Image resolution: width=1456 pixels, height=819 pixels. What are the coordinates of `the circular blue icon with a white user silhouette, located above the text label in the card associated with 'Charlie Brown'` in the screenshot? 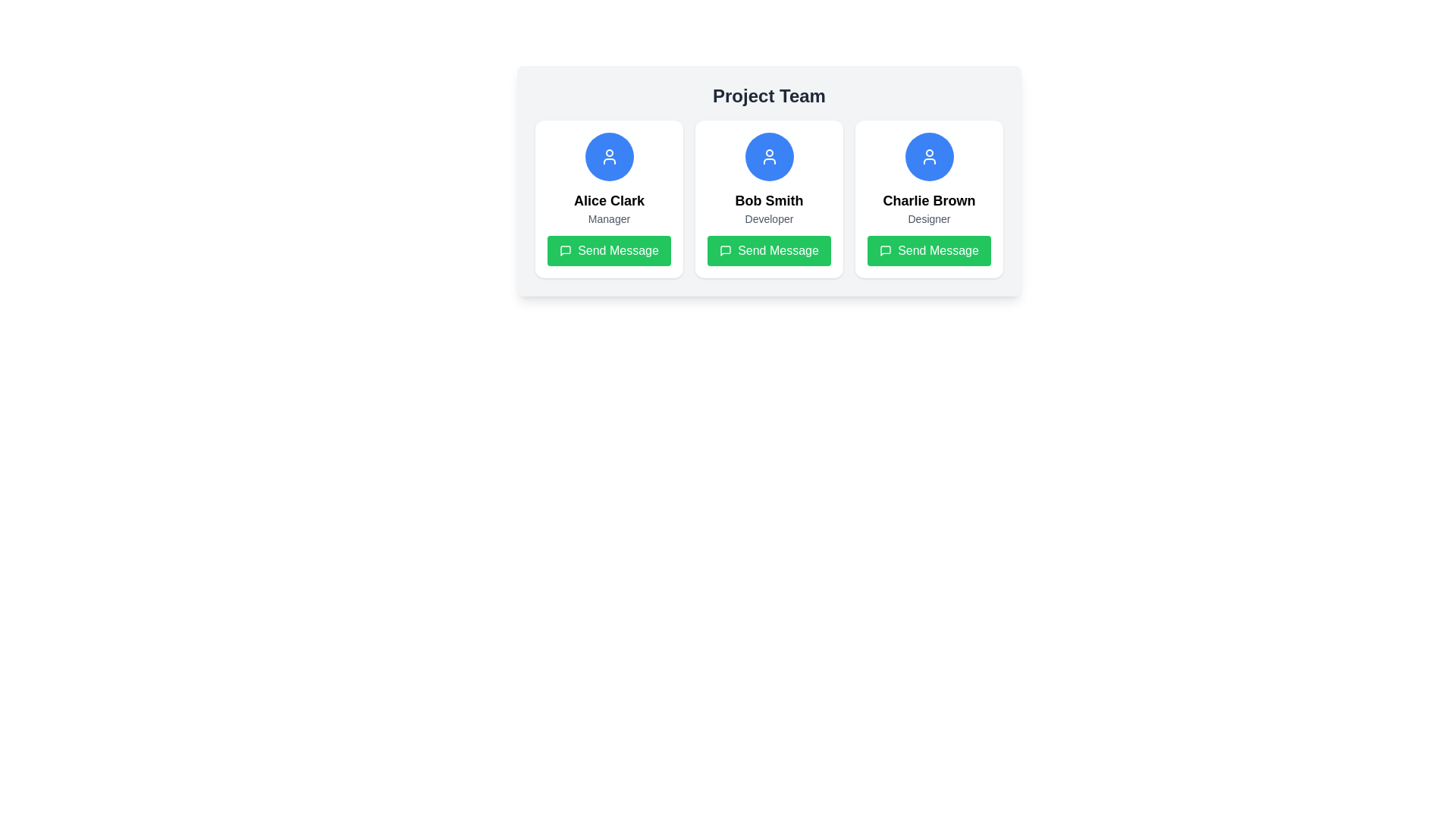 It's located at (928, 157).